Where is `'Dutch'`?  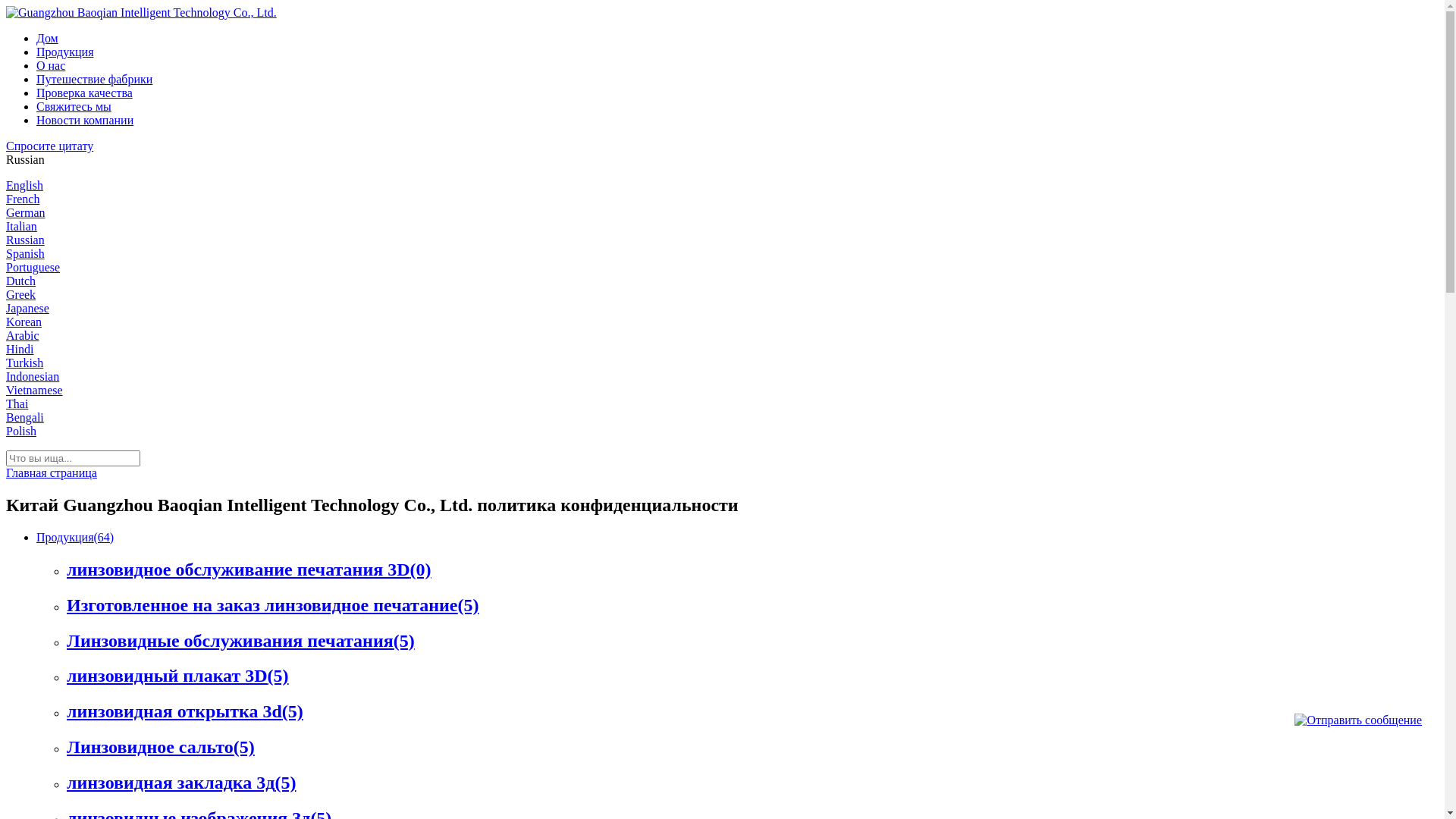
'Dutch' is located at coordinates (20, 281).